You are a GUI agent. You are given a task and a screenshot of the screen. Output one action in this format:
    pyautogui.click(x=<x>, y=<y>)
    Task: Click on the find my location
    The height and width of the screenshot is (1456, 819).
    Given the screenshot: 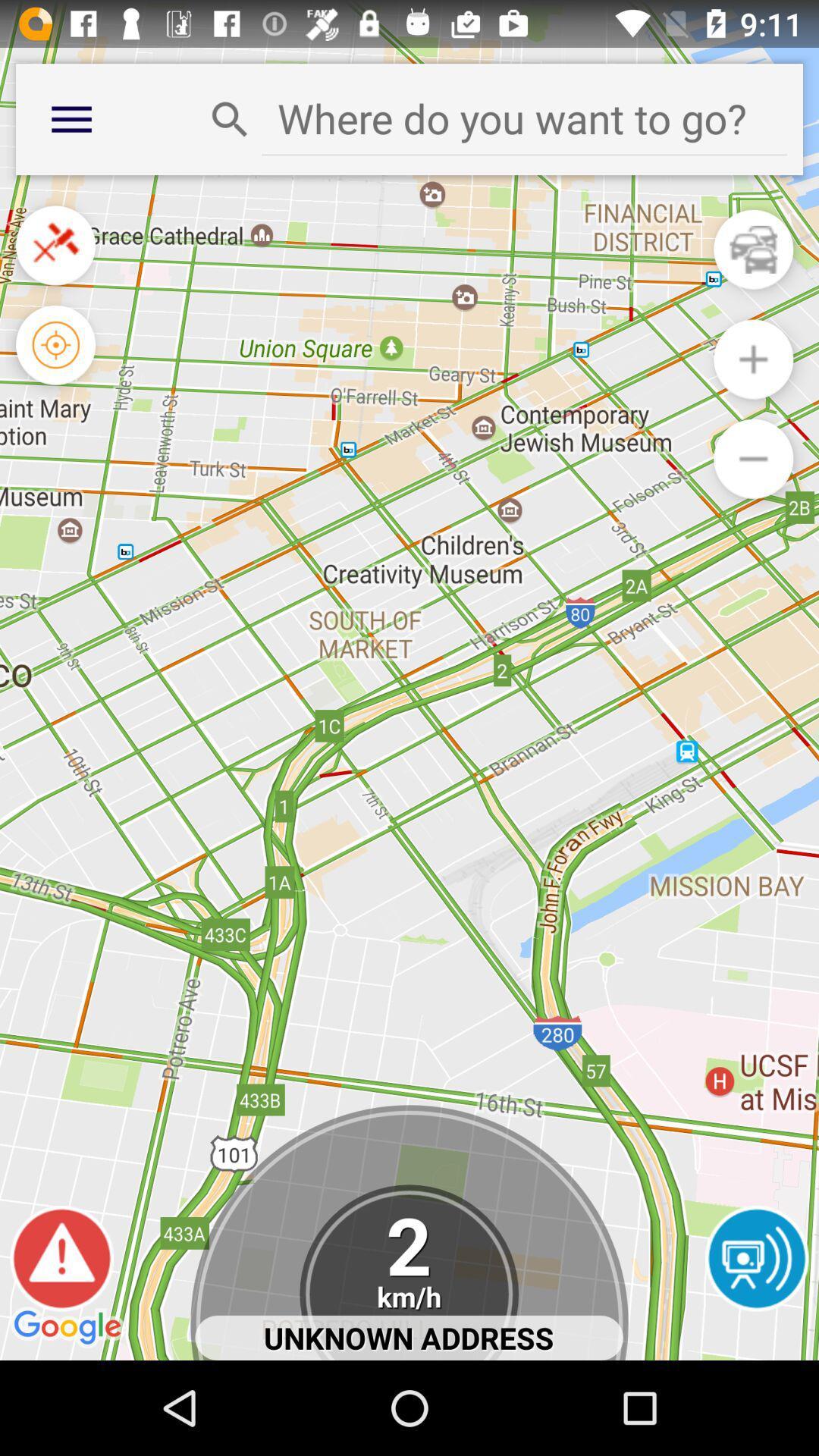 What is the action you would take?
    pyautogui.click(x=55, y=344)
    